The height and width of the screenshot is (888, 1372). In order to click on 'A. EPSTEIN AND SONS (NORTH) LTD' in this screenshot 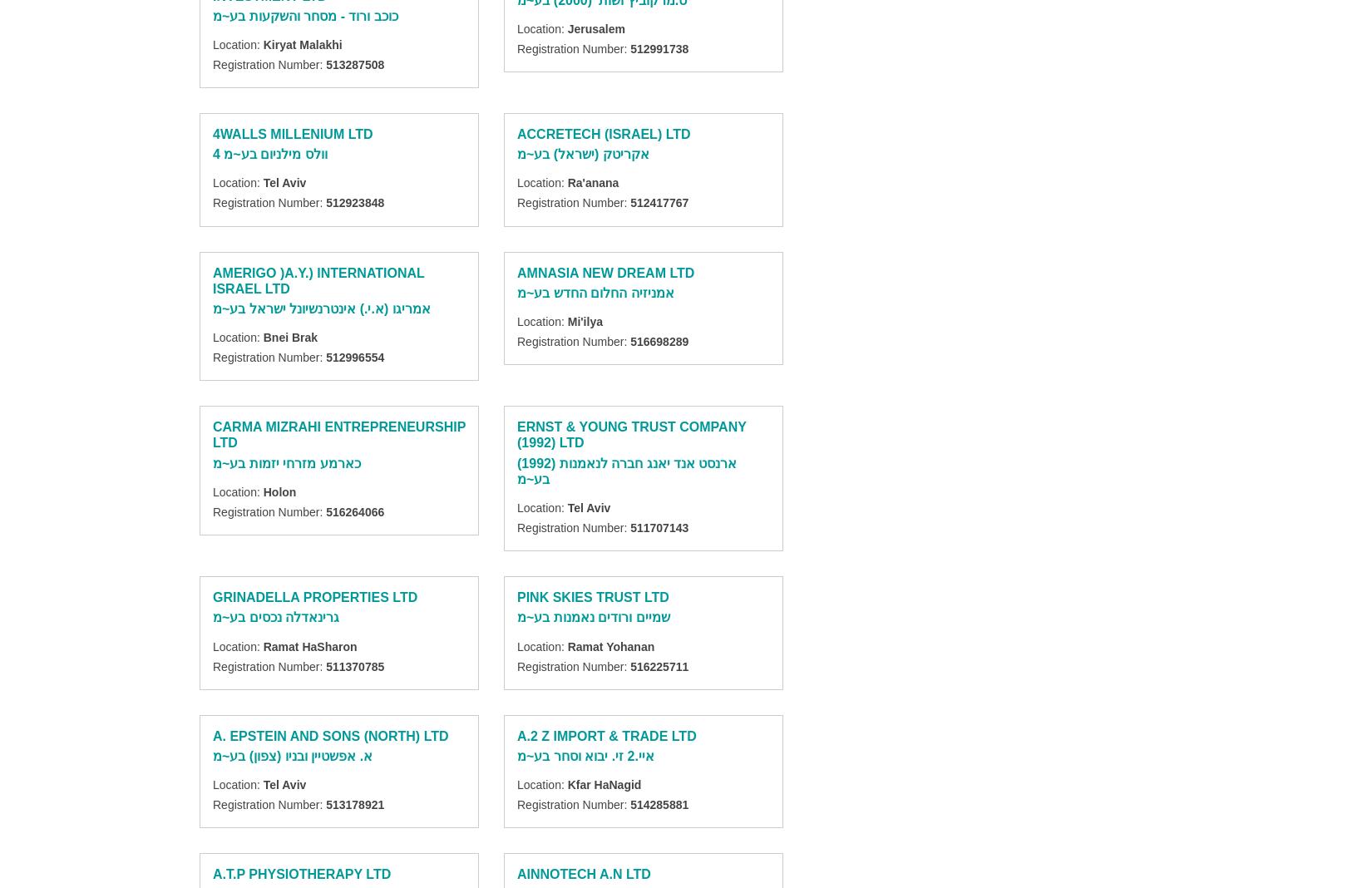, I will do `click(330, 734)`.